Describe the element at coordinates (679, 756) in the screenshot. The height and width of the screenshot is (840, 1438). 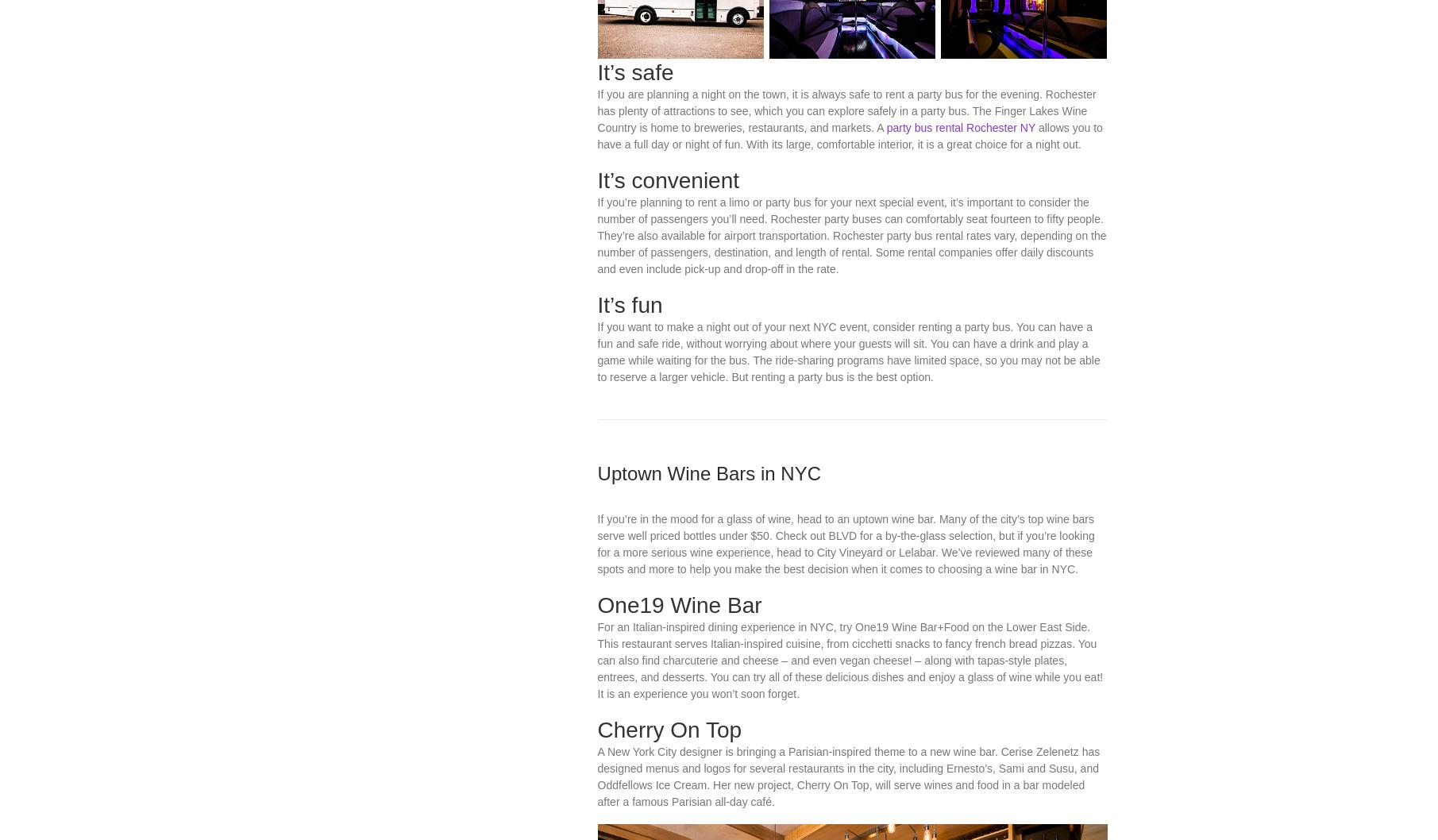
I see `'One19 Wine Bar'` at that location.